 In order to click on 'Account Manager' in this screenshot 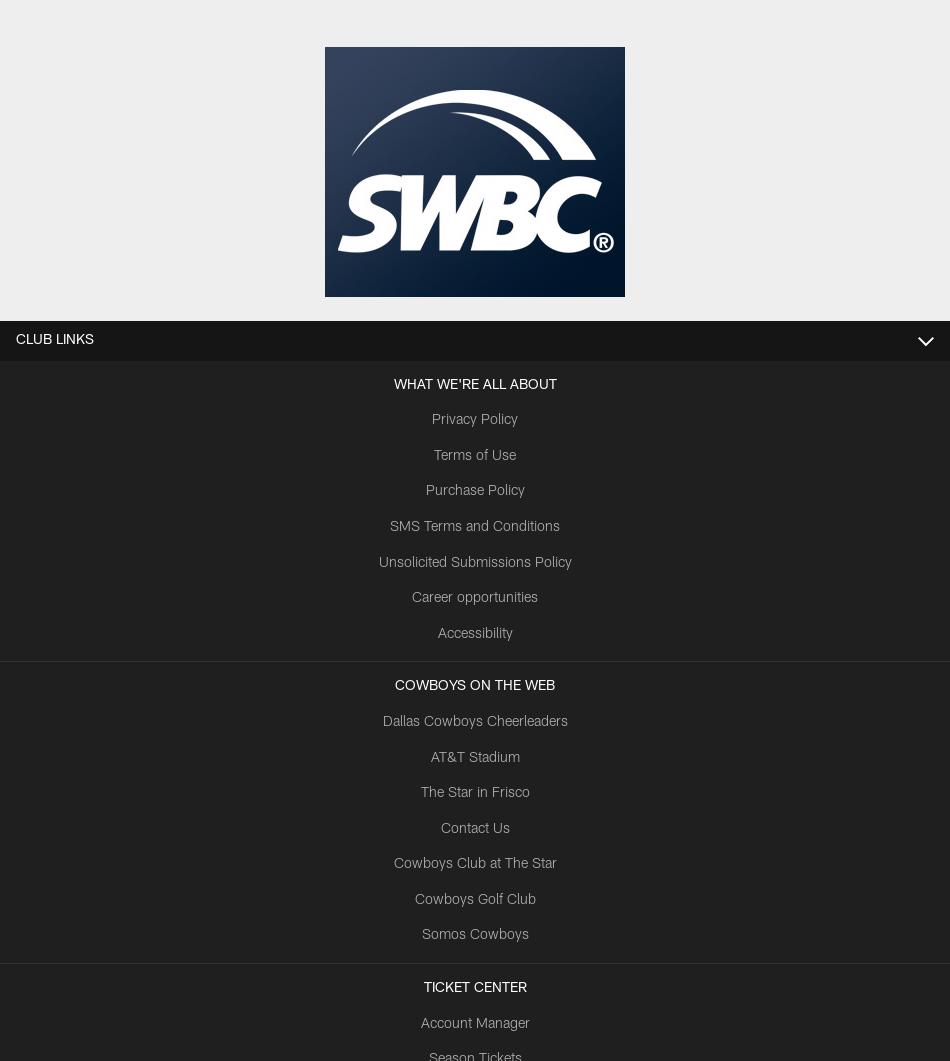, I will do `click(418, 1022)`.